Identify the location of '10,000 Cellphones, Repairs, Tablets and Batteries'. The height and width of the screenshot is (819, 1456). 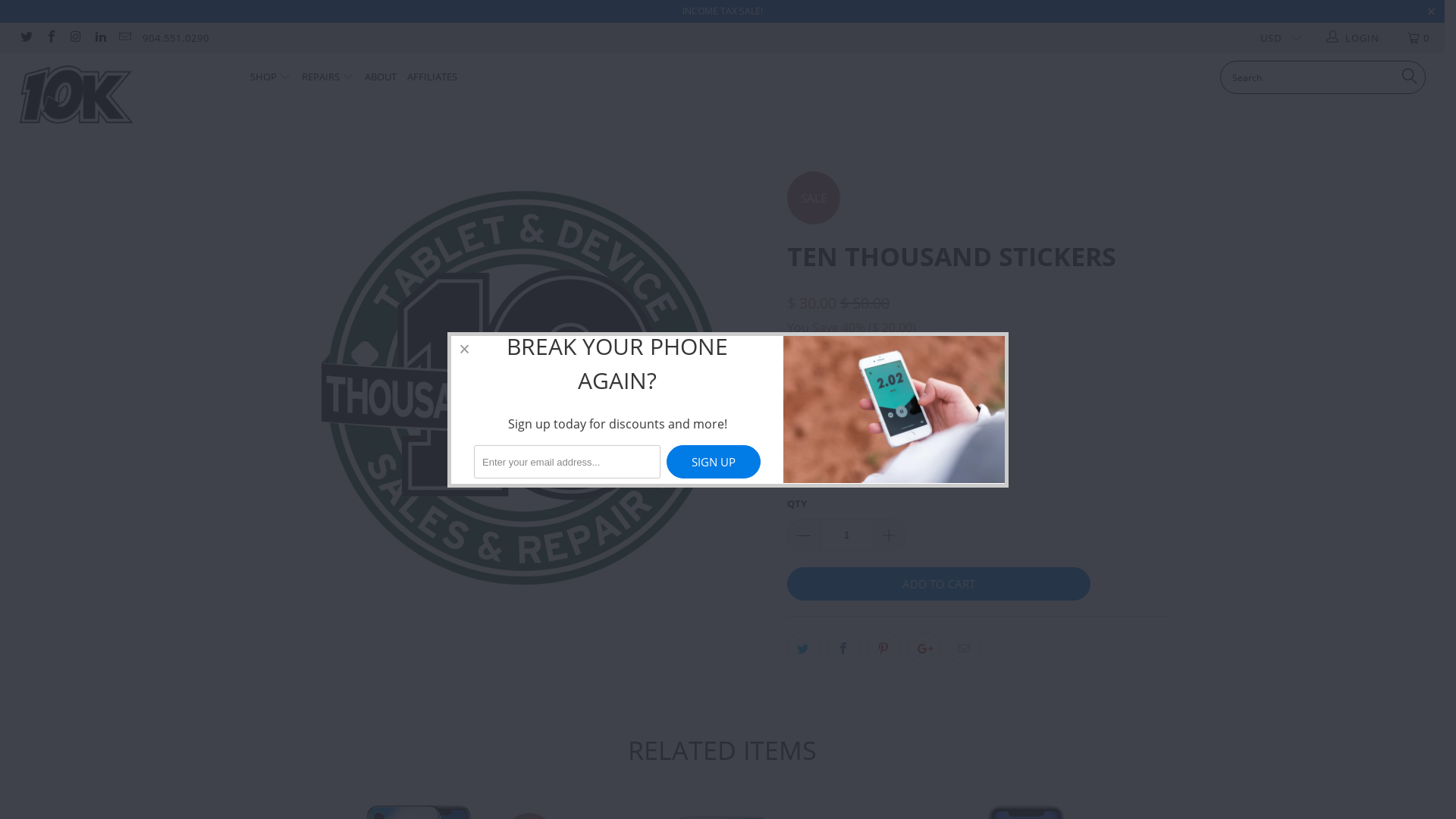
(123, 100).